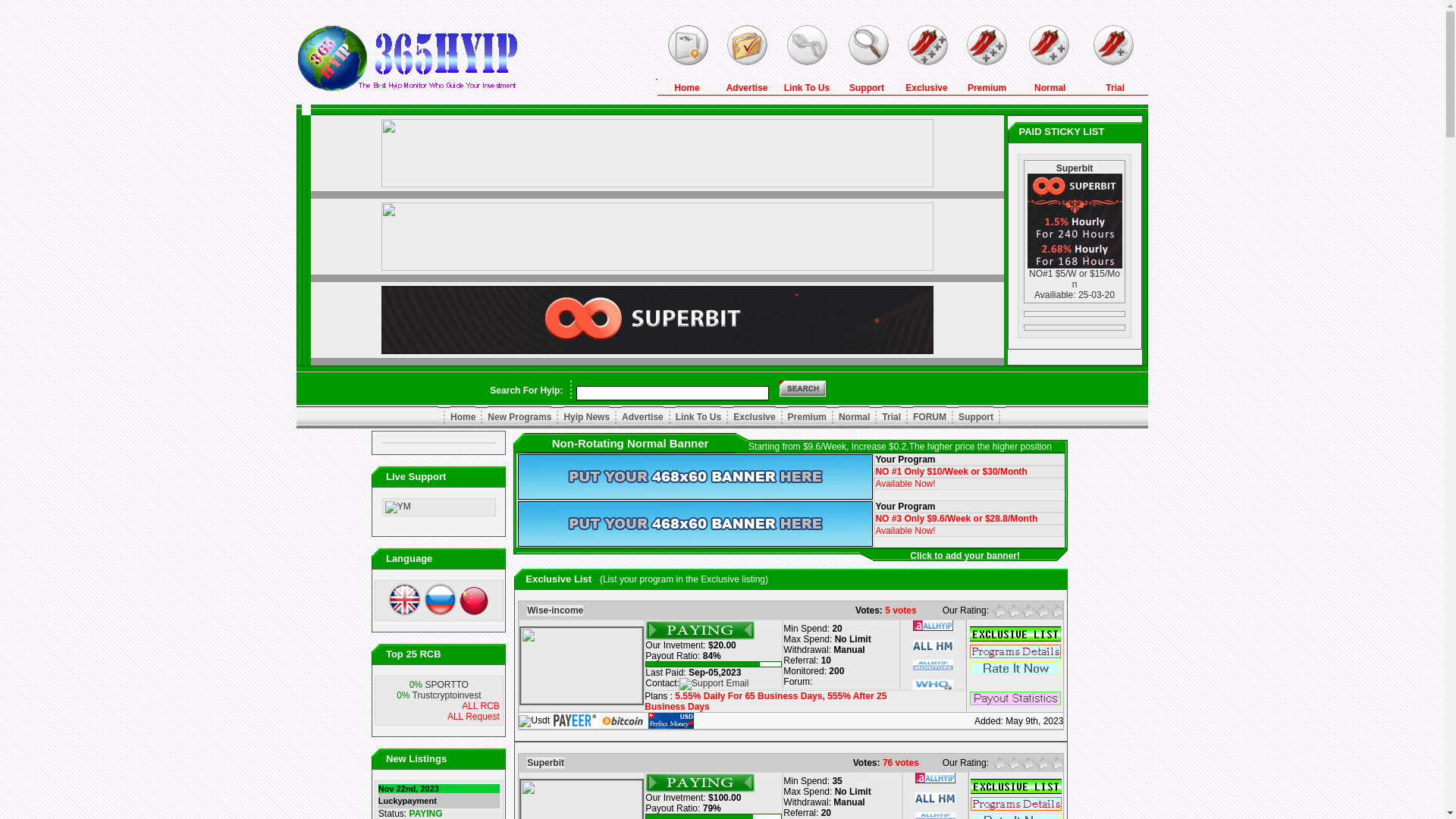 This screenshot has height=819, width=1456. What do you see at coordinates (683, 579) in the screenshot?
I see `'(List your program in the Exclusive listing)'` at bounding box center [683, 579].